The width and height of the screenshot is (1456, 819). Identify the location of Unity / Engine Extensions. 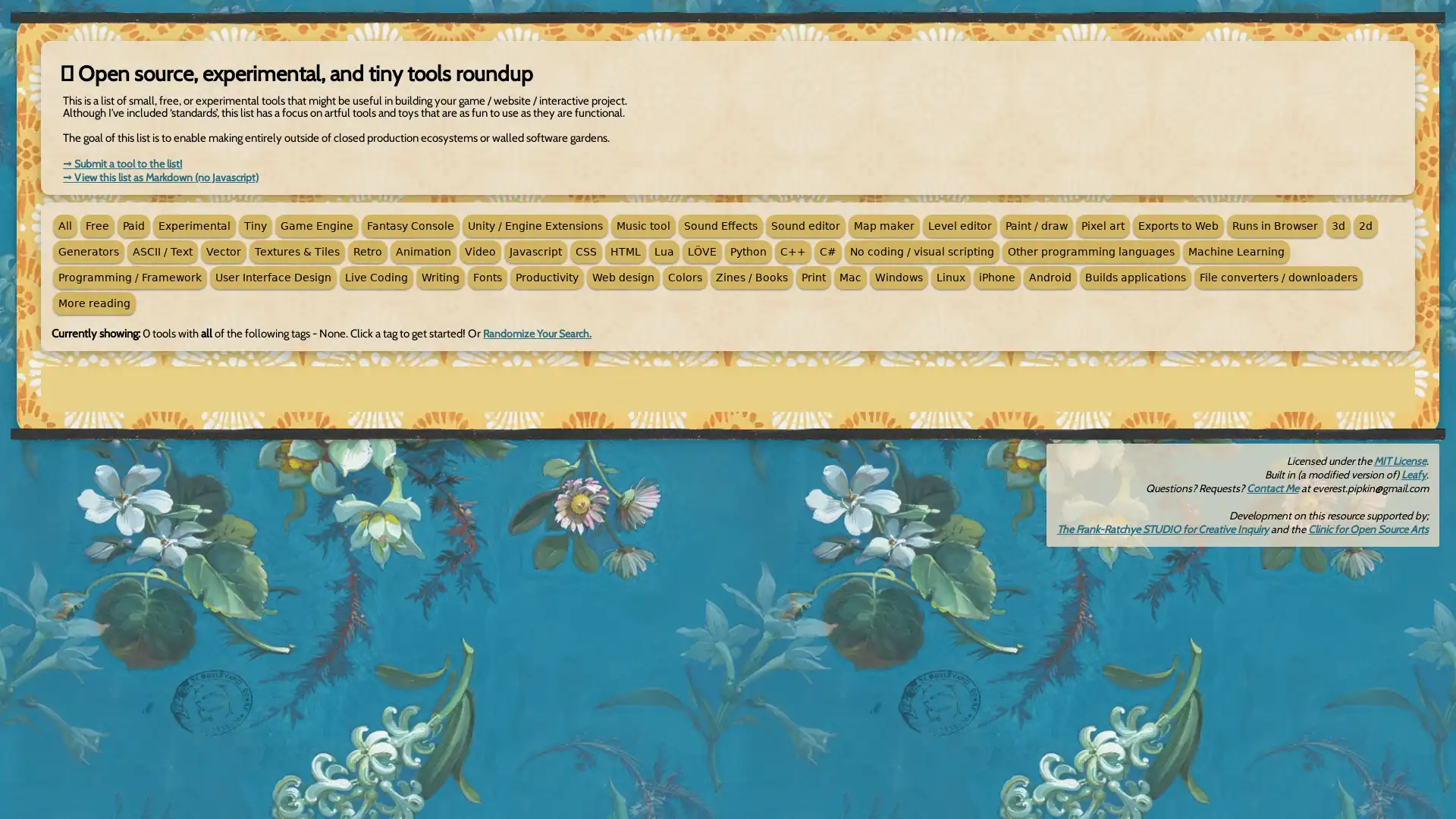
(535, 225).